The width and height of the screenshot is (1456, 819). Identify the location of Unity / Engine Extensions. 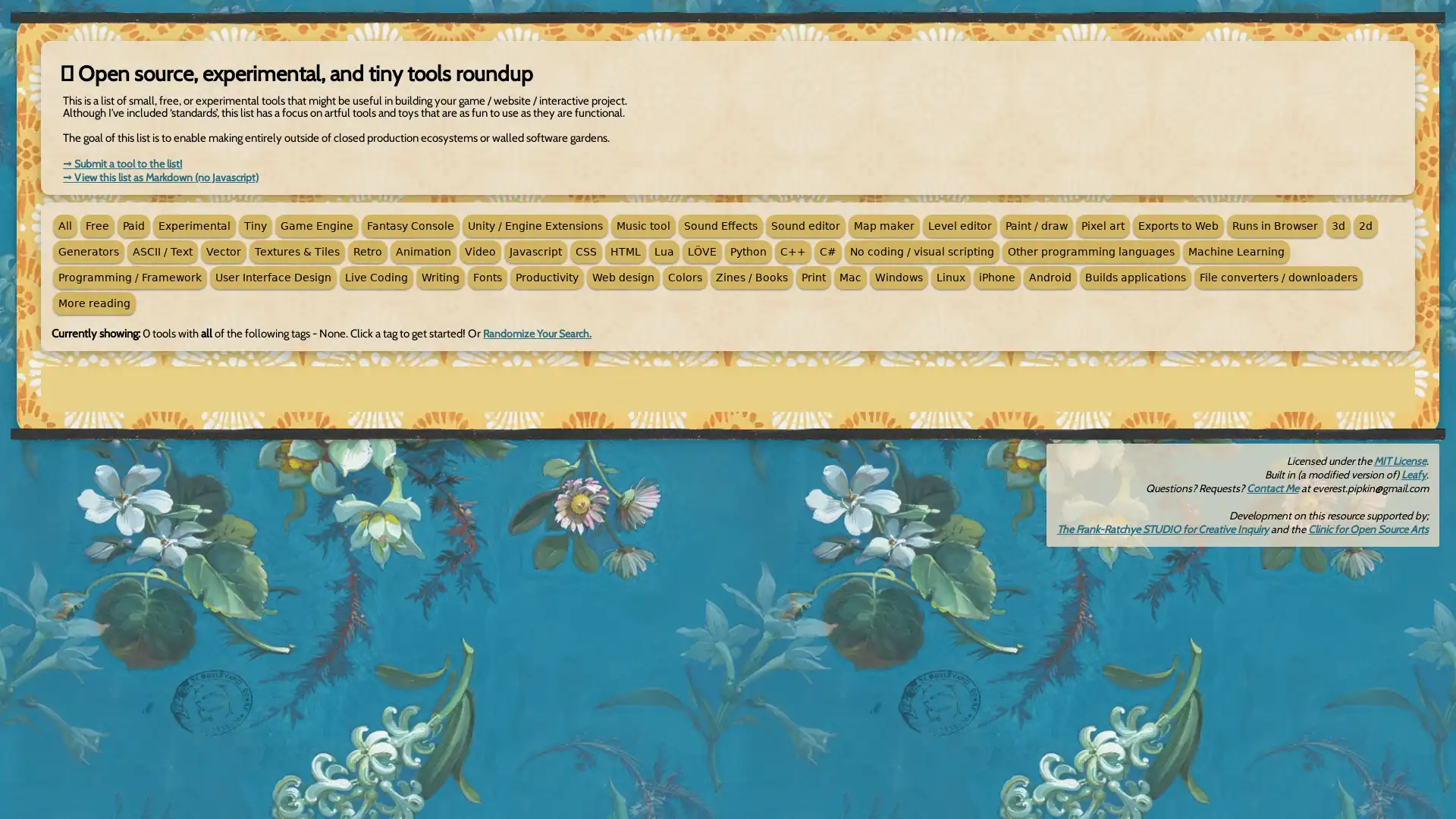
(535, 225).